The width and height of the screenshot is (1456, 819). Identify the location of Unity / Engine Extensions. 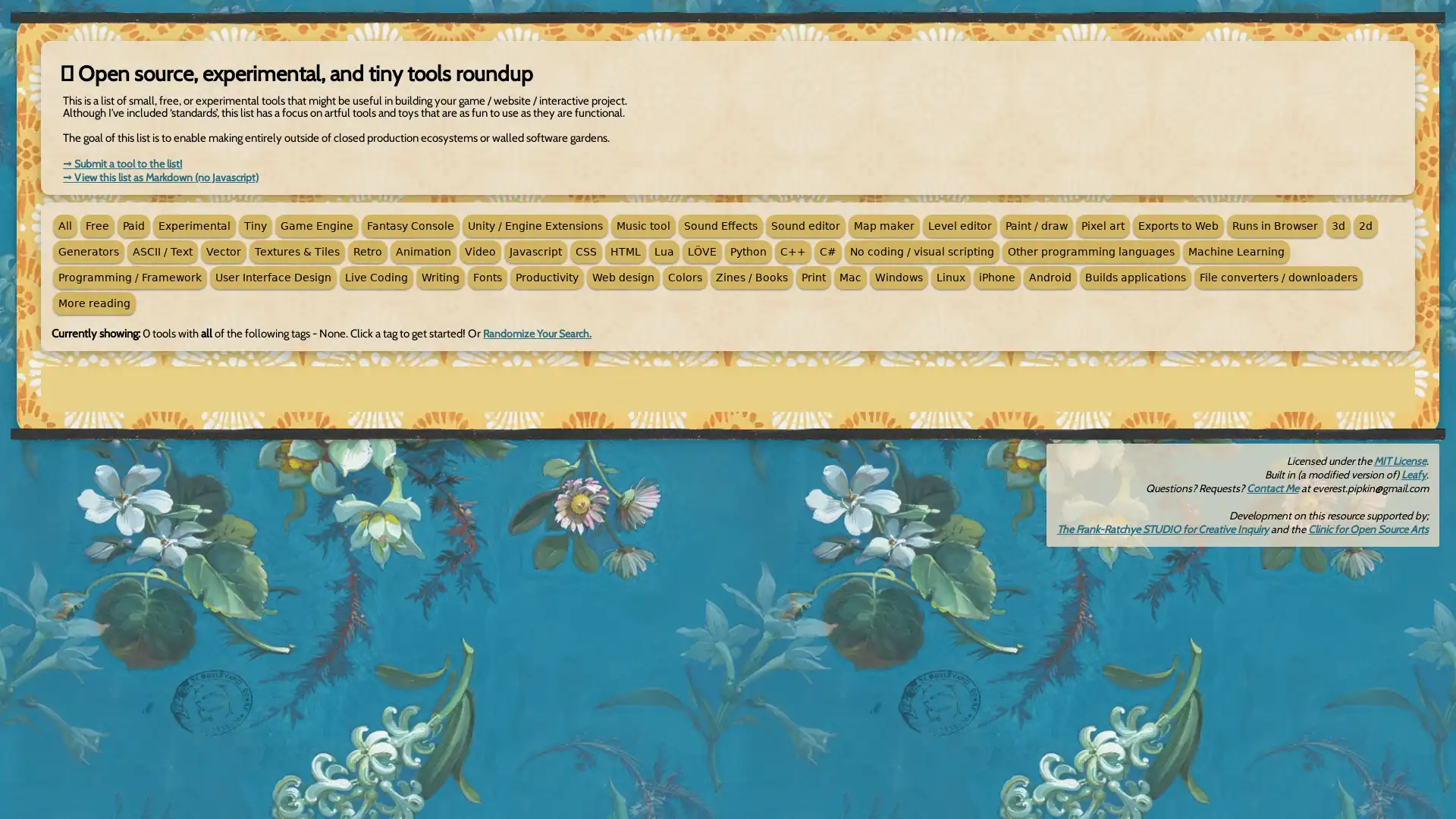
(535, 225).